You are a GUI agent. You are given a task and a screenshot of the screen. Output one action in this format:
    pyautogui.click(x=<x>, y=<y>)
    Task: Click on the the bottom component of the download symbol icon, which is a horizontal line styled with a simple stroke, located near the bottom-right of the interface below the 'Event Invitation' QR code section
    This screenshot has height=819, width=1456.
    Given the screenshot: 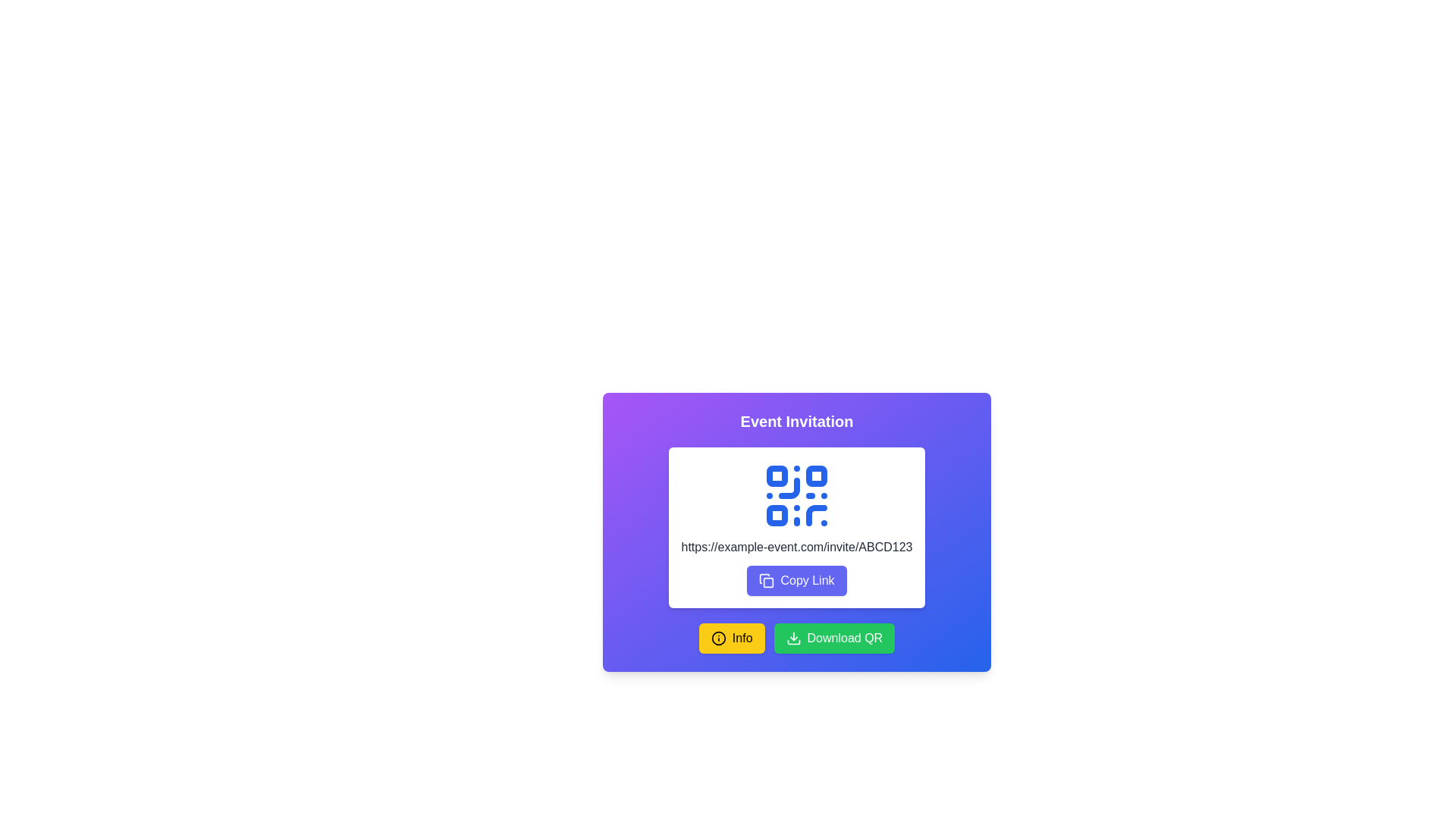 What is the action you would take?
    pyautogui.click(x=792, y=642)
    